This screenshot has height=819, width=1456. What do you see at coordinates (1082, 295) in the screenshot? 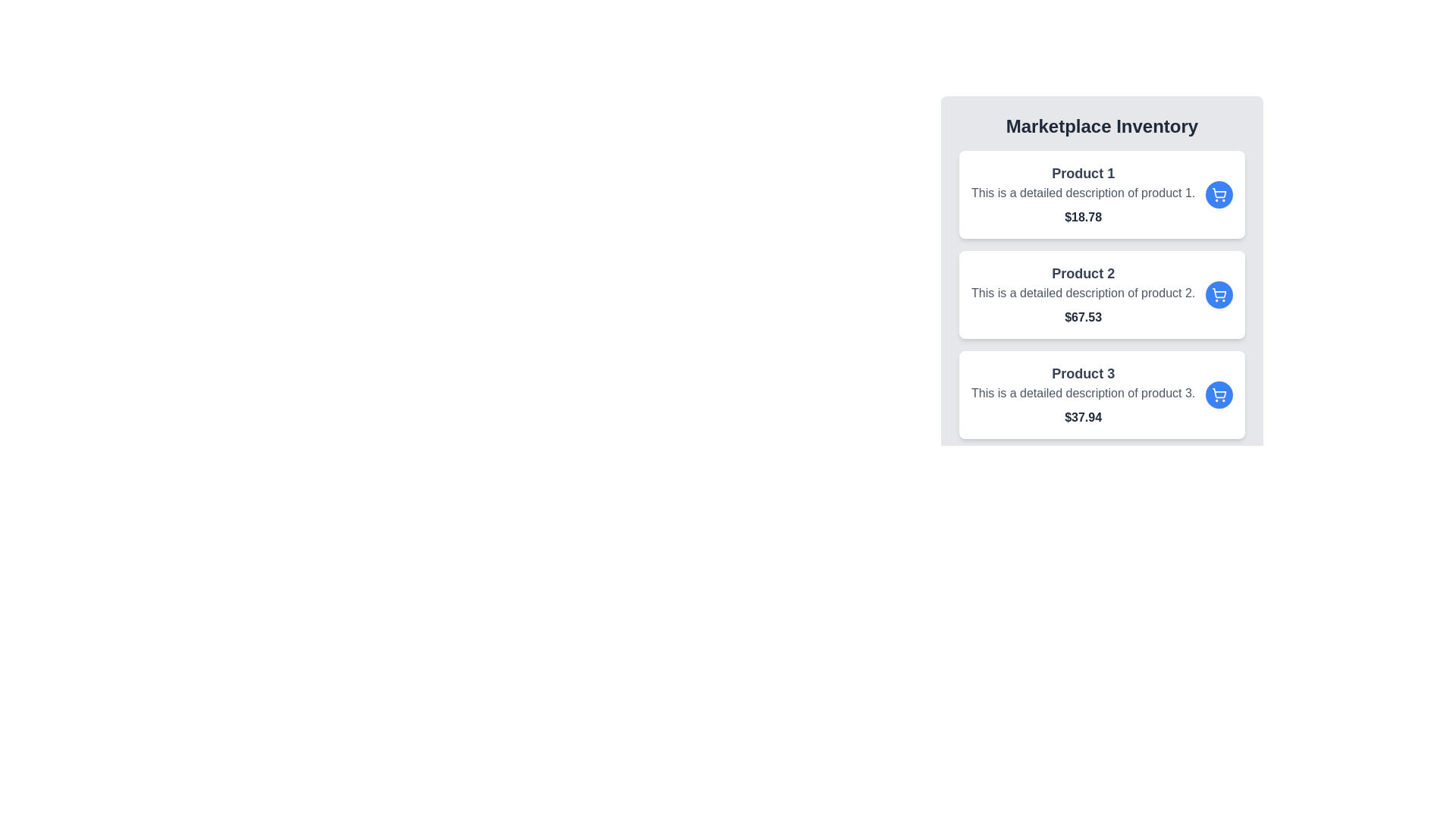
I see `textual information displayed in the 'Product 2' text display element, which includes the heading, description, and price` at bounding box center [1082, 295].